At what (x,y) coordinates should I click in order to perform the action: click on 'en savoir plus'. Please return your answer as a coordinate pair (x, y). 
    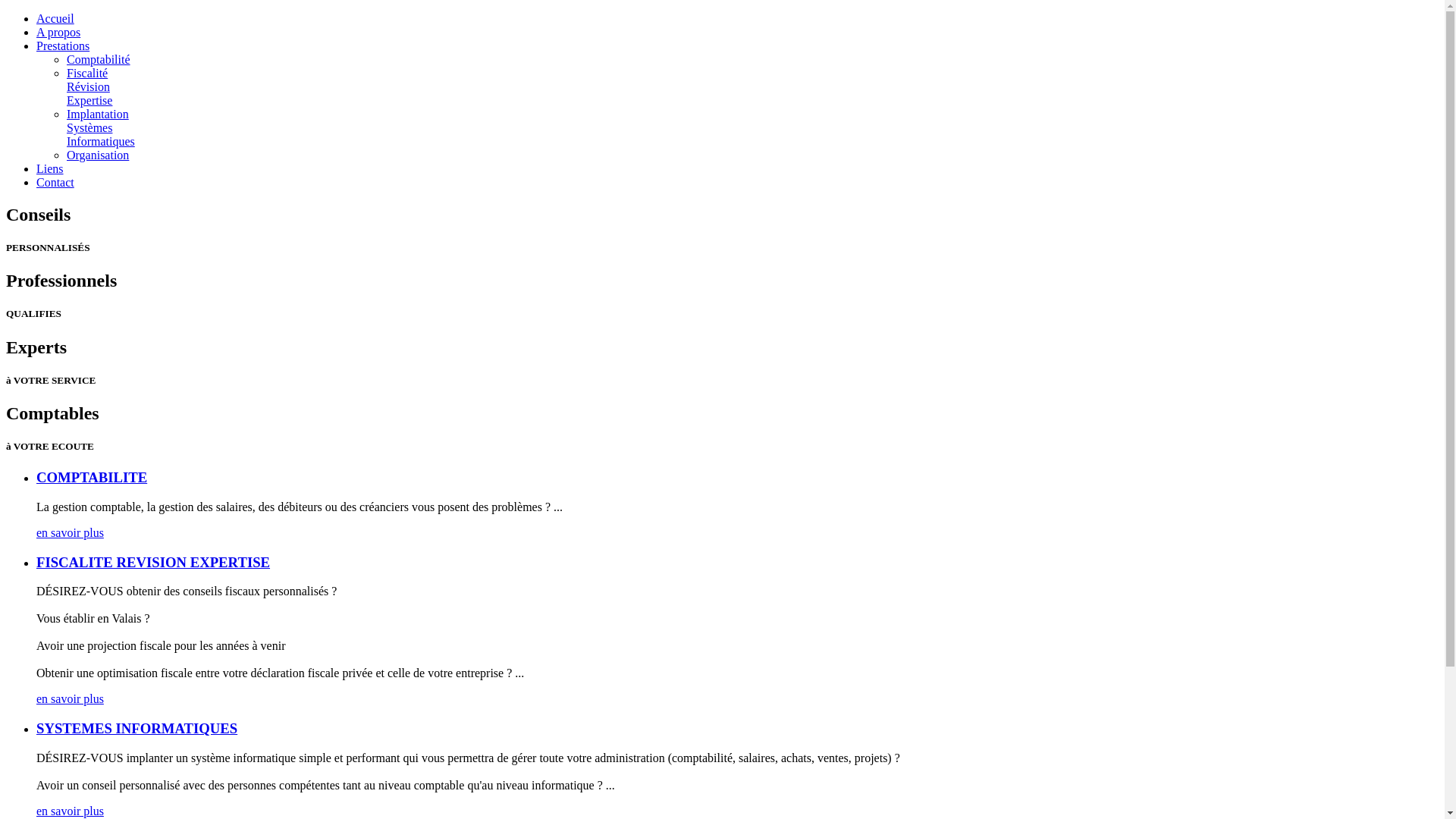
    Looking at the image, I should click on (69, 698).